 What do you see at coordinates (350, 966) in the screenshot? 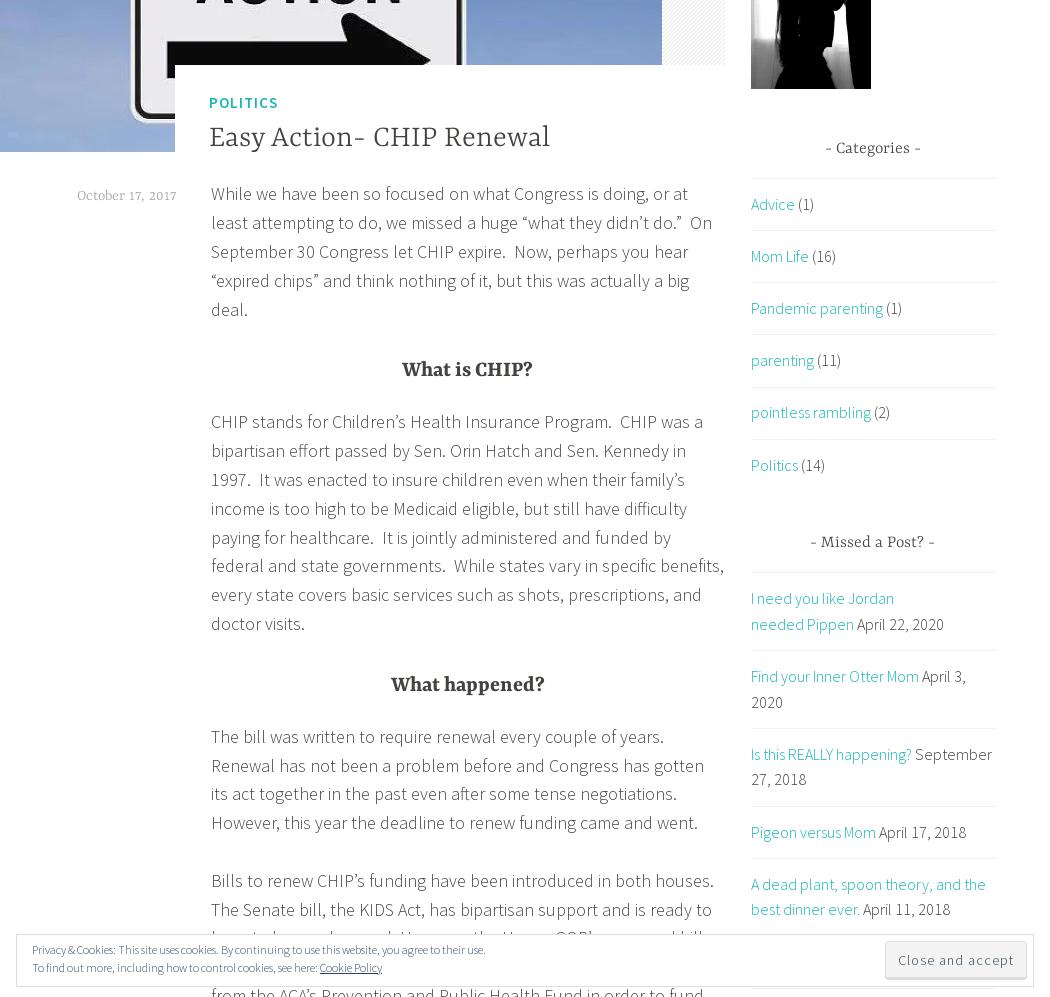
I see `'Cookie Policy'` at bounding box center [350, 966].